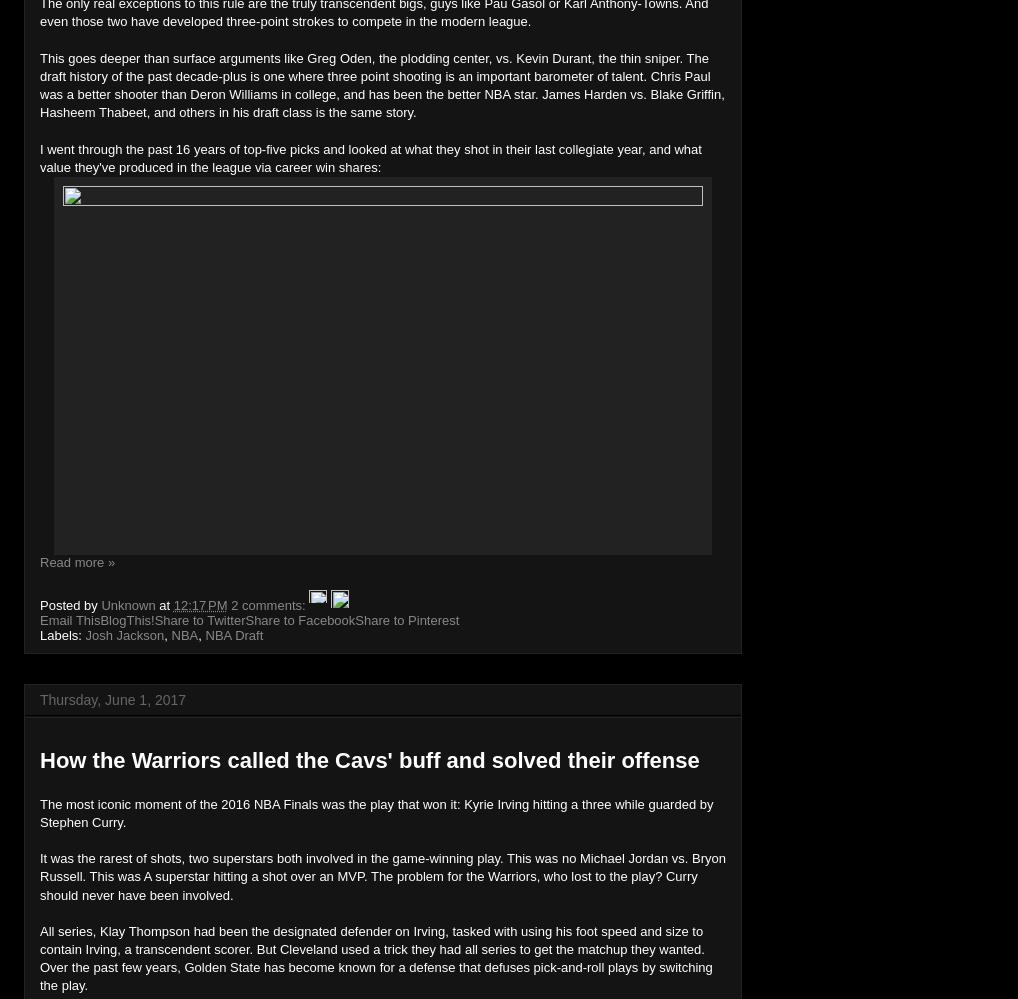  What do you see at coordinates (269, 604) in the screenshot?
I see `'2 comments:'` at bounding box center [269, 604].